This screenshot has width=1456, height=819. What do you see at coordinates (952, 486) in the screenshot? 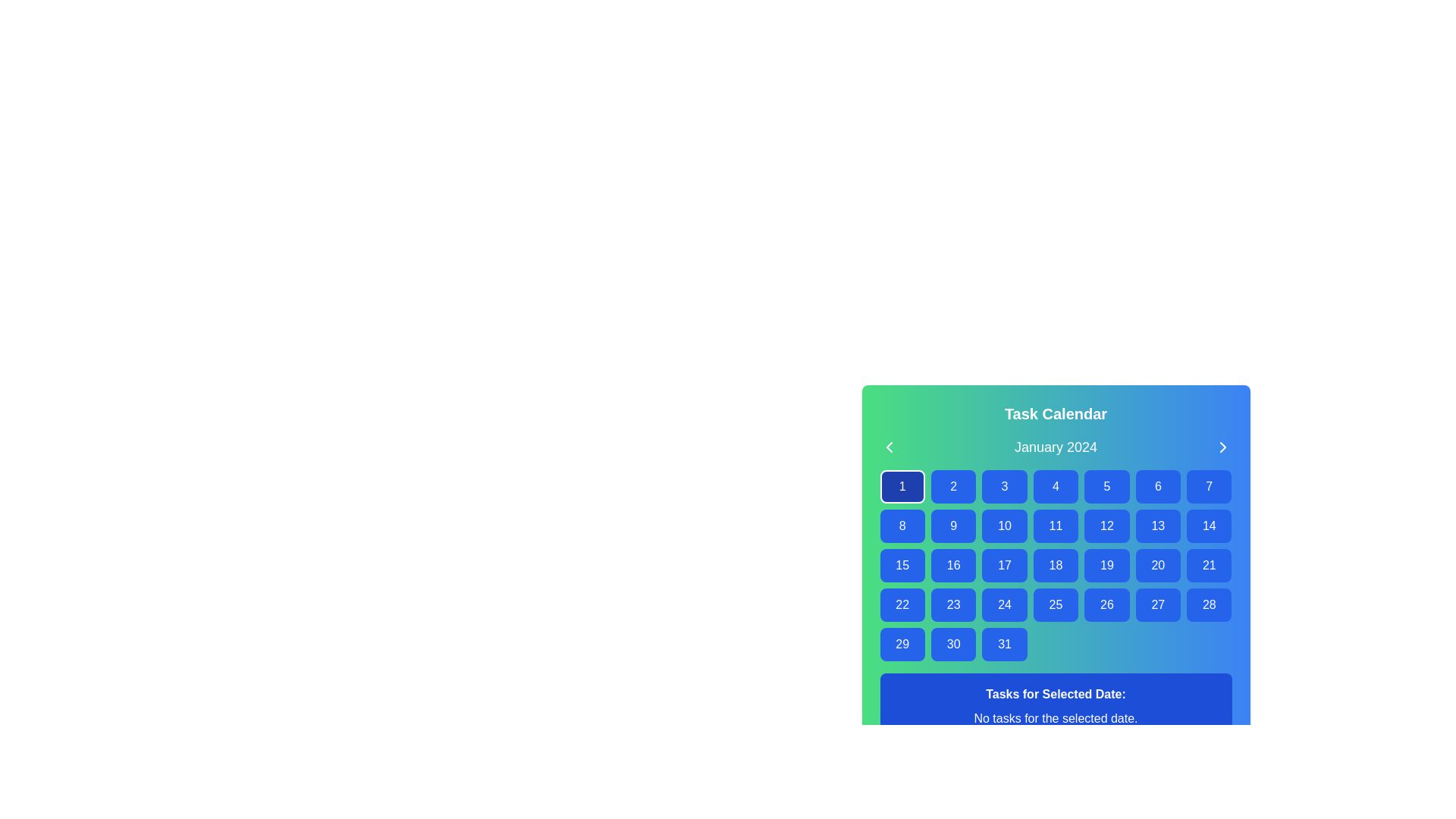
I see `the clickable date selection button for the 2nd day of January 2024` at bounding box center [952, 486].